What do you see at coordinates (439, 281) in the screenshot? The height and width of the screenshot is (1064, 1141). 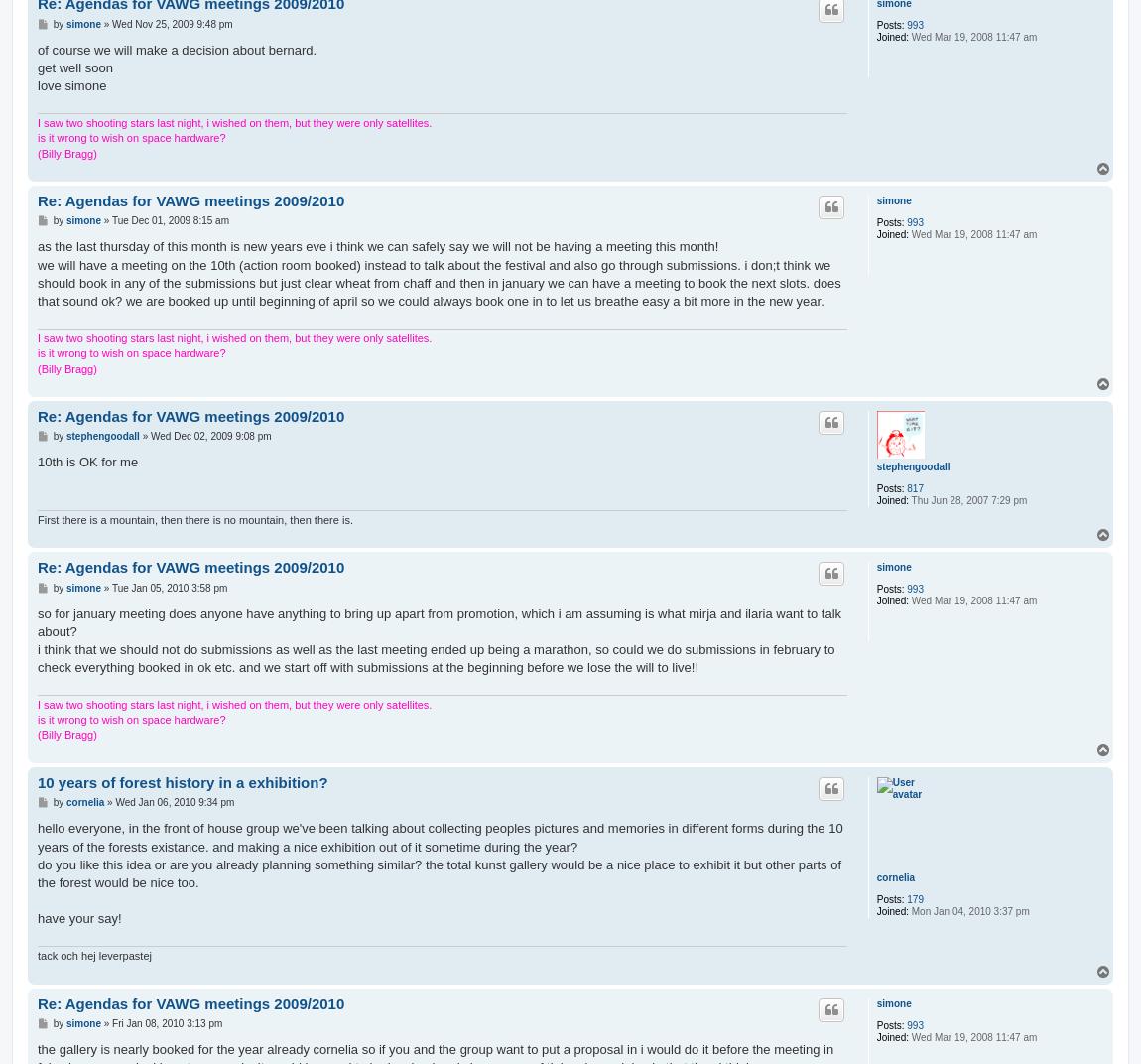 I see `'we will have a meeting on the 10th (action room booked) instead to talk about the festival and also go through submissions. i don;t think we should book in any of the submissions but just clear wheat from chaff and then in january we can have a meeting to book the next slots. does that sound ok? we are booked up until beginning of april so we could always book one in to let us breathe easy a bit more  in the new year.'` at bounding box center [439, 281].